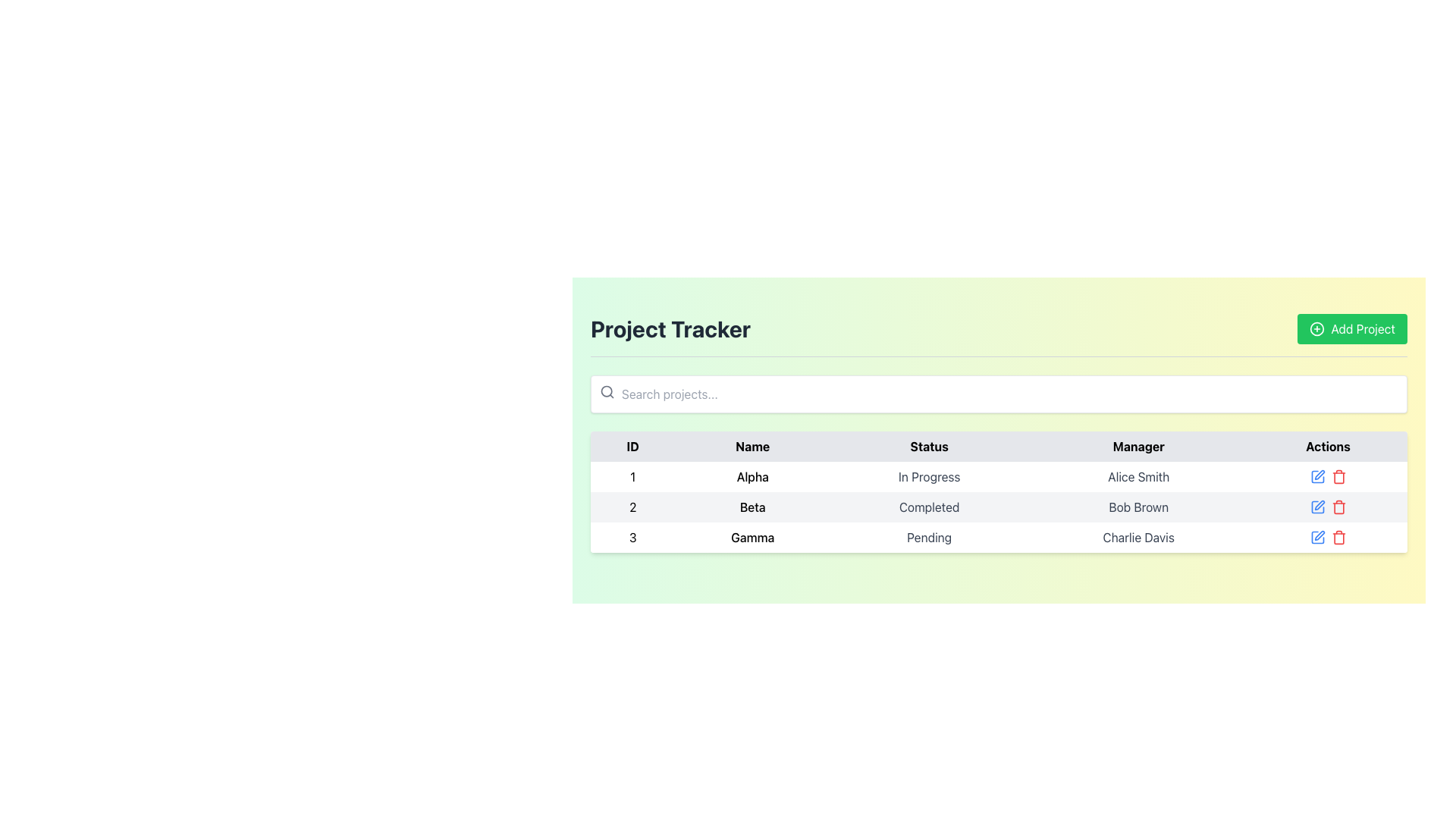 Image resolution: width=1456 pixels, height=819 pixels. I want to click on the green rectangular 'Add Project' button with a plus sign icon, so click(1352, 328).